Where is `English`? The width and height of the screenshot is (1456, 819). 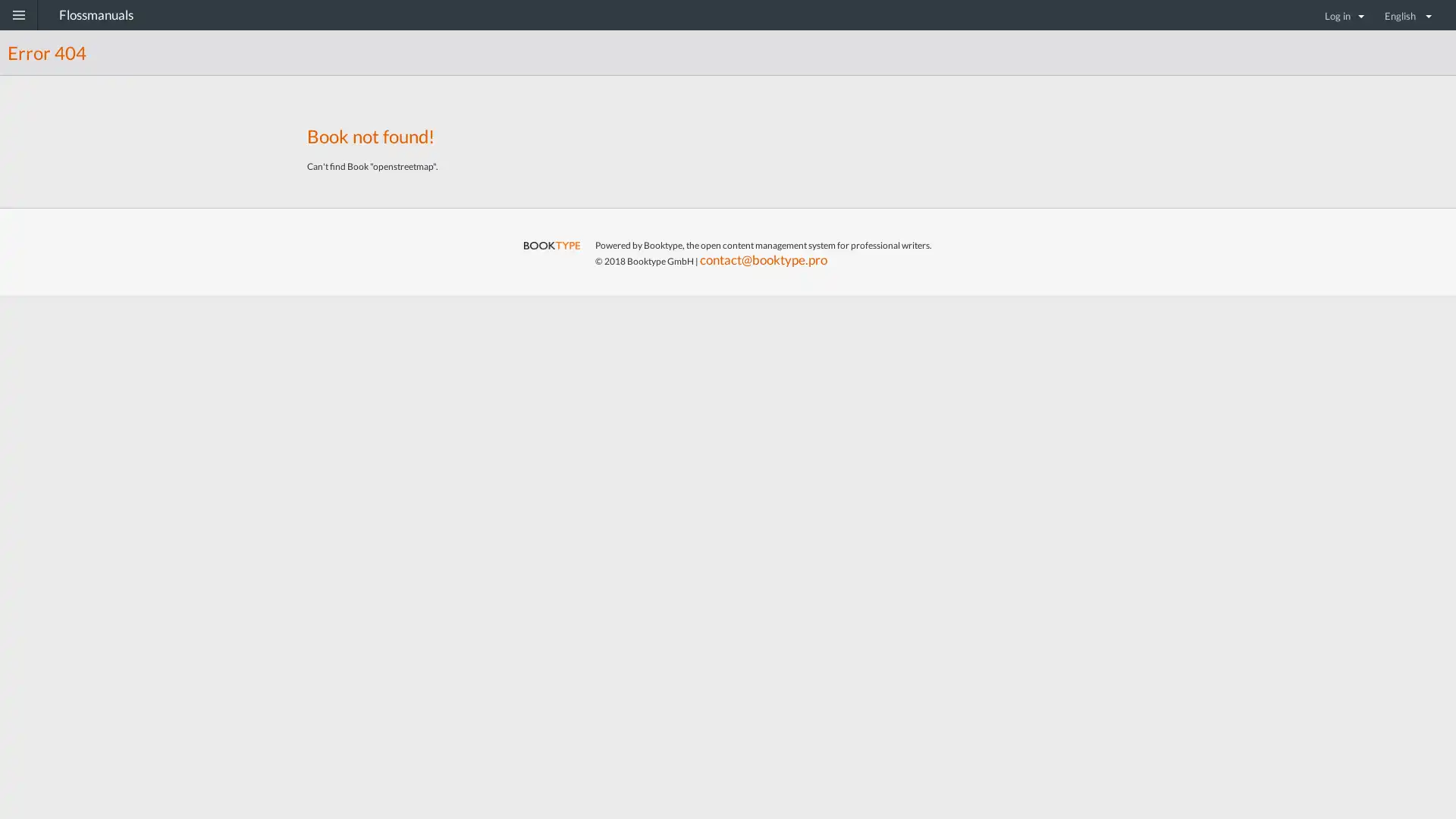 English is located at coordinates (1407, 15).